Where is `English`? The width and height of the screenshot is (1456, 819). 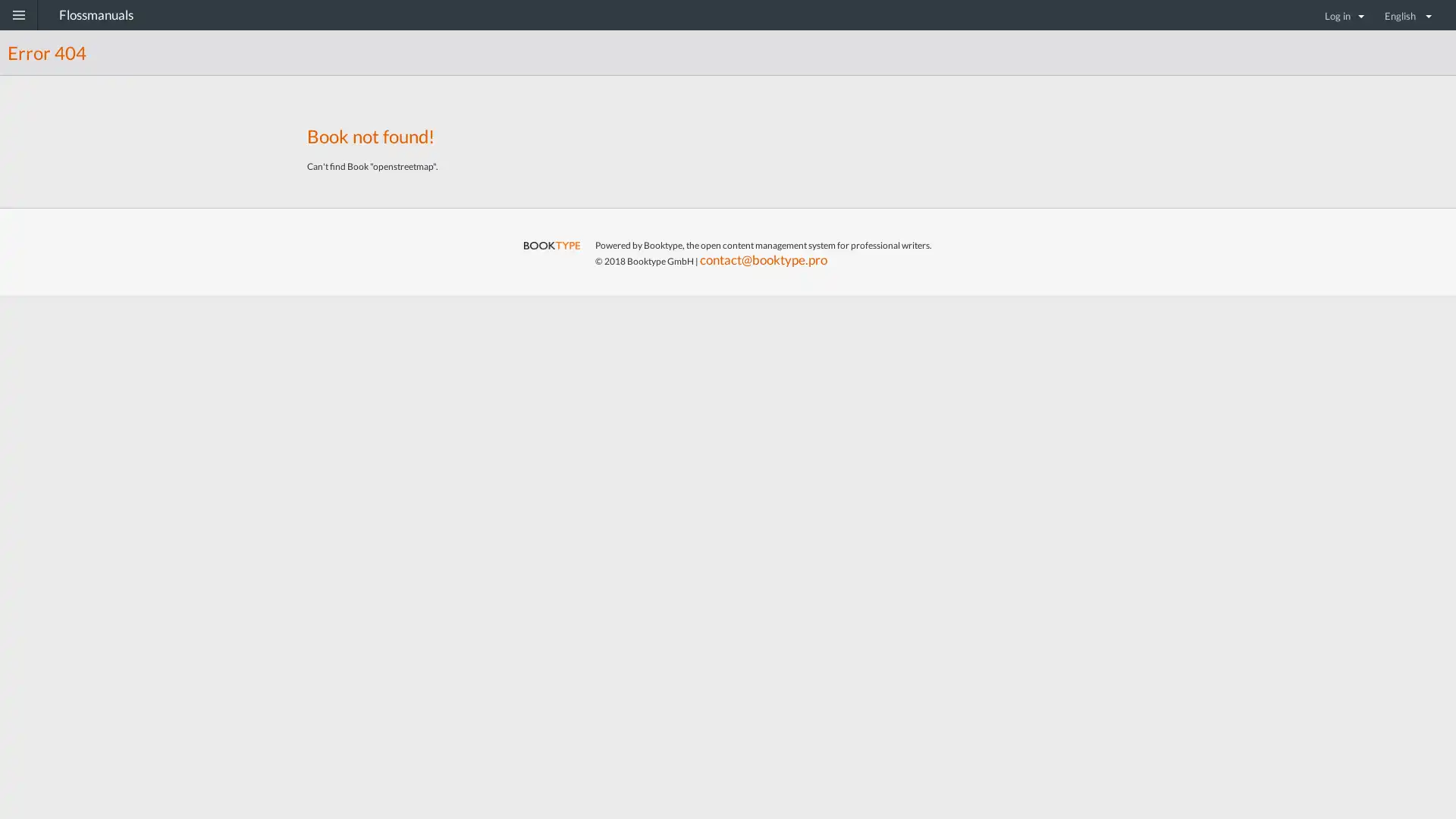 English is located at coordinates (1407, 15).